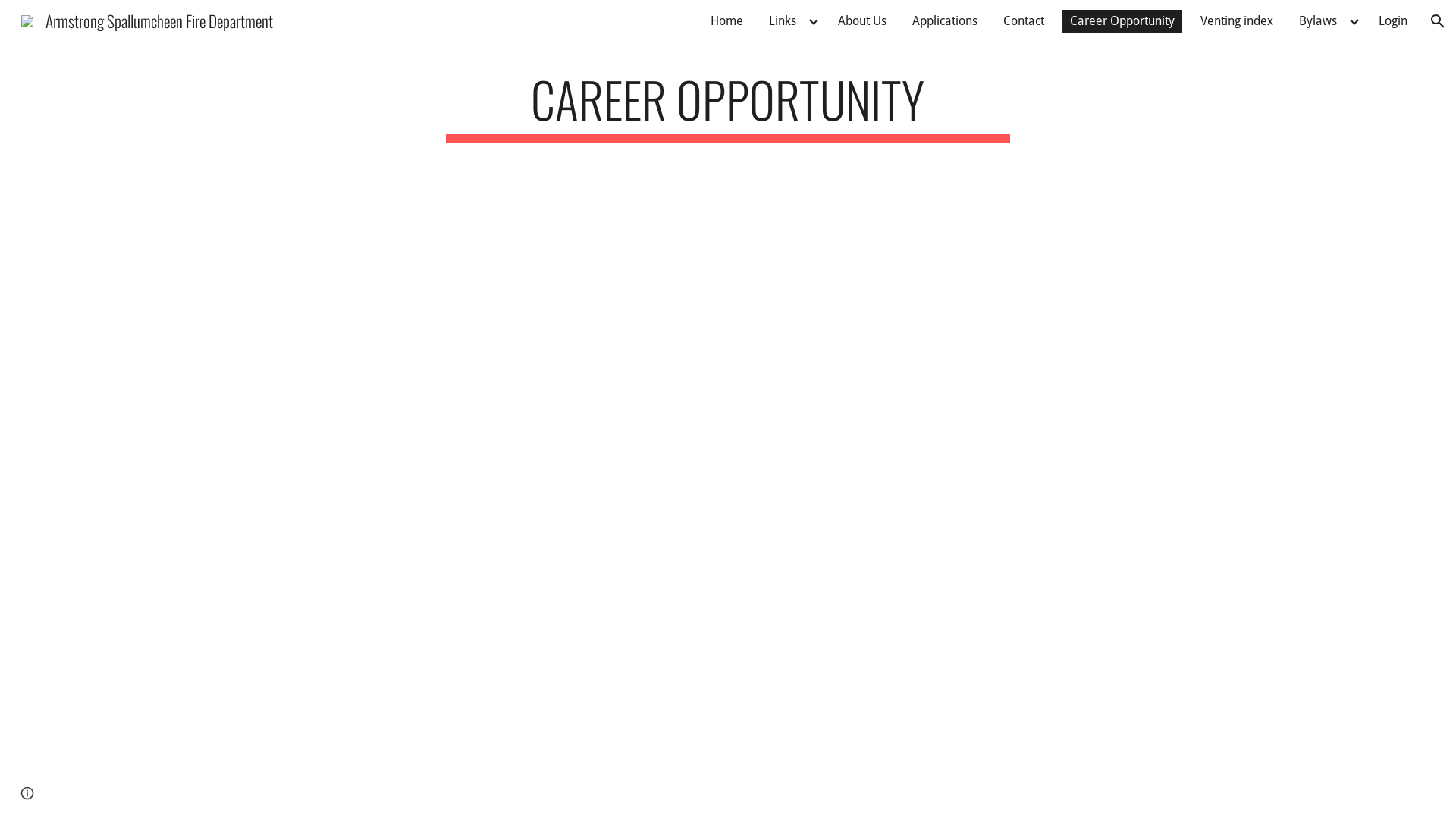 The height and width of the screenshot is (819, 1456). Describe the element at coordinates (944, 20) in the screenshot. I see `'Applications'` at that location.